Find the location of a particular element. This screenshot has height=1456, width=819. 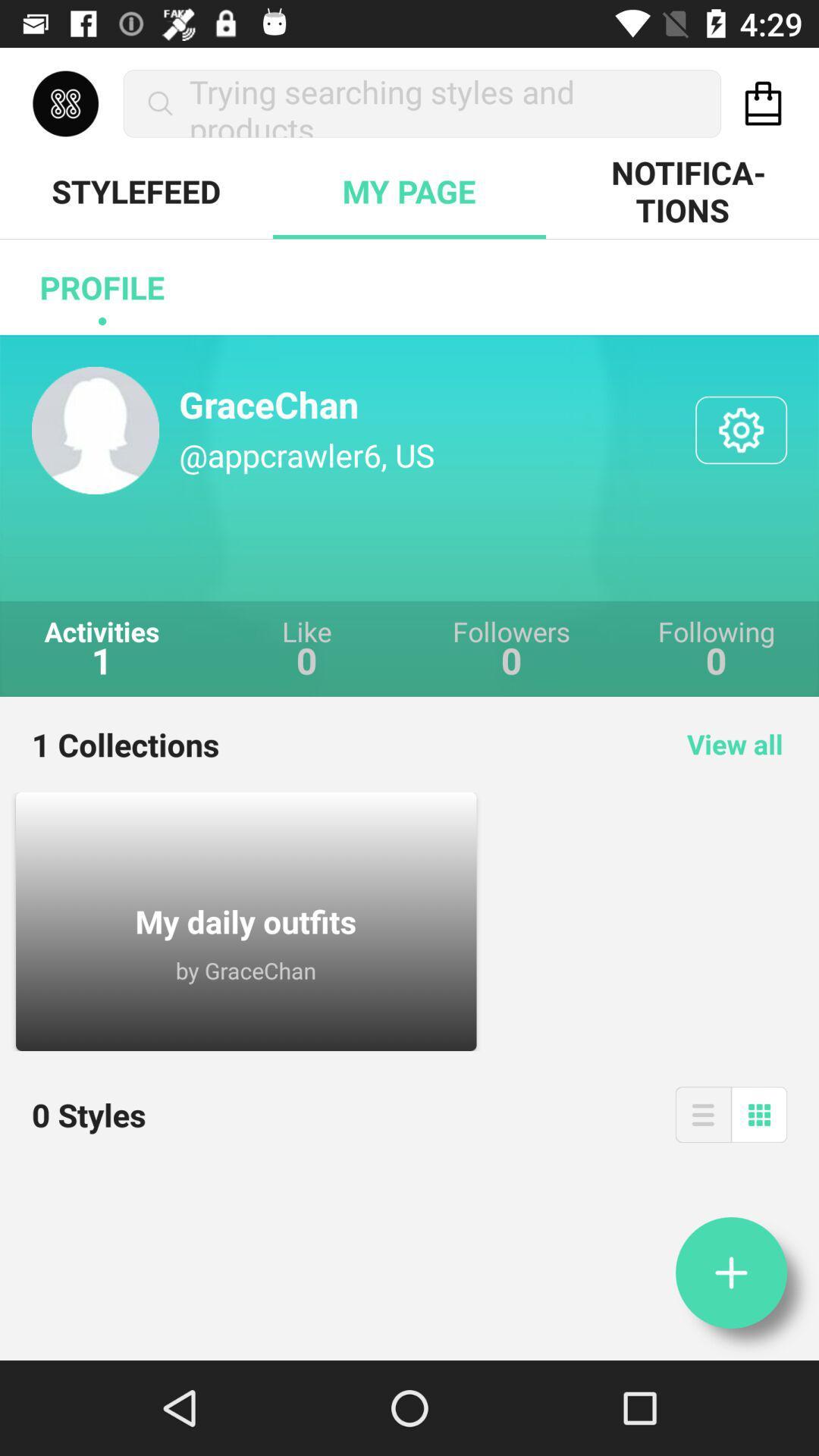

navigation bar is located at coordinates (703, 1114).